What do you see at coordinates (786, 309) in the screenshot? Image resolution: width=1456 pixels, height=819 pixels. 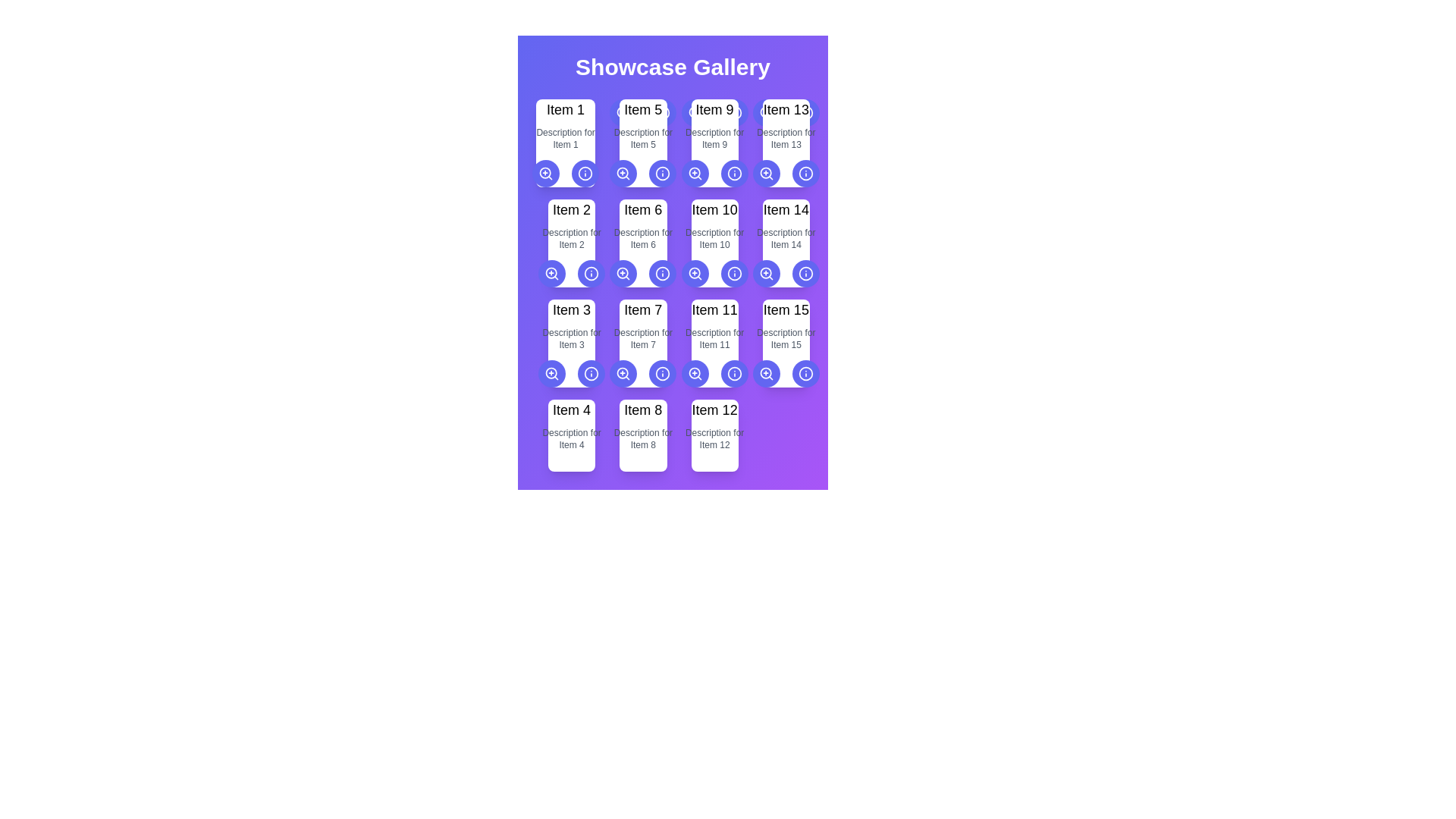 I see `the text label displaying the title or name of the item in the fifth card of the third row in the grid layout` at bounding box center [786, 309].